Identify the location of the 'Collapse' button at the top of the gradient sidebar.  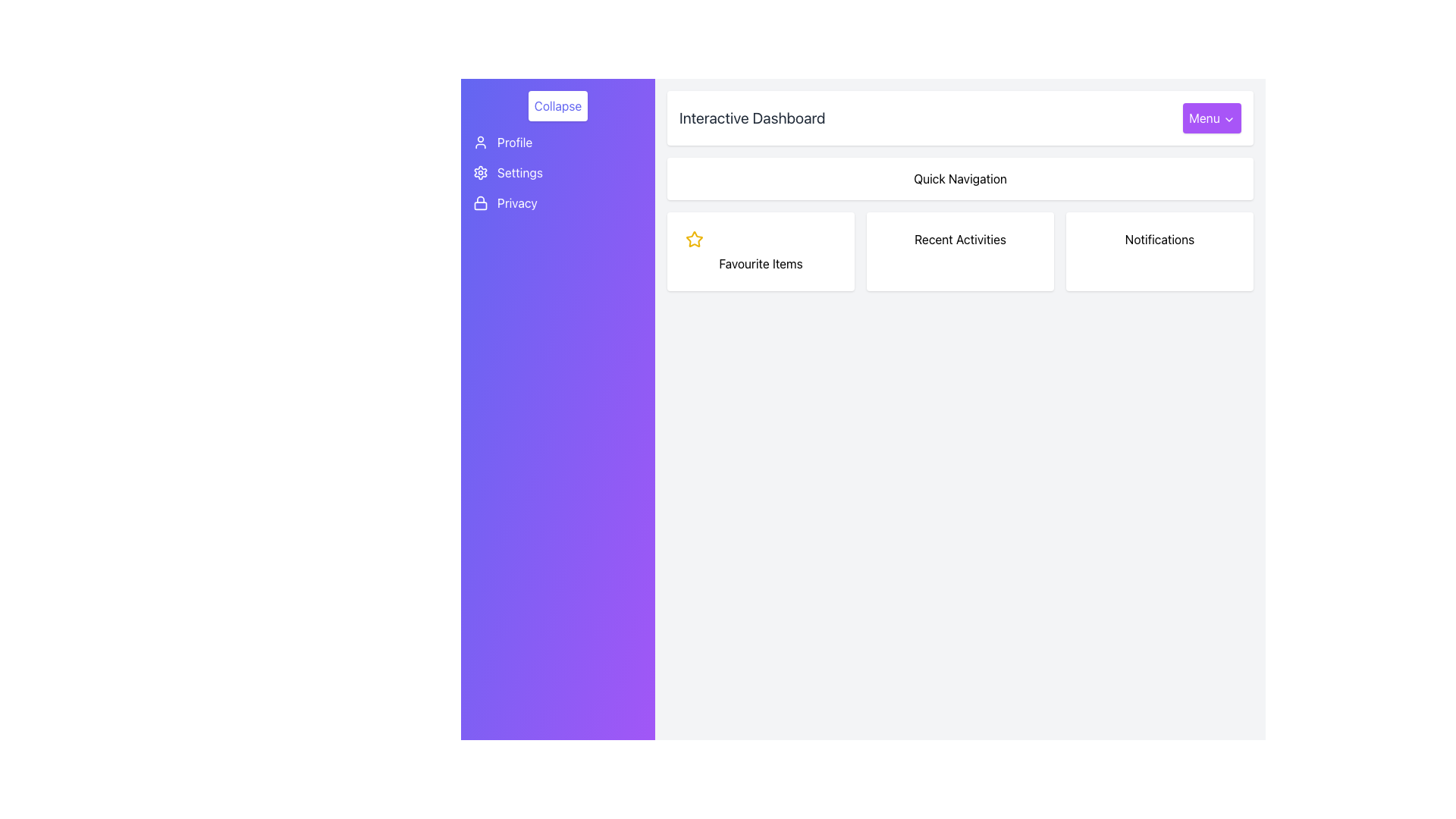
(557, 105).